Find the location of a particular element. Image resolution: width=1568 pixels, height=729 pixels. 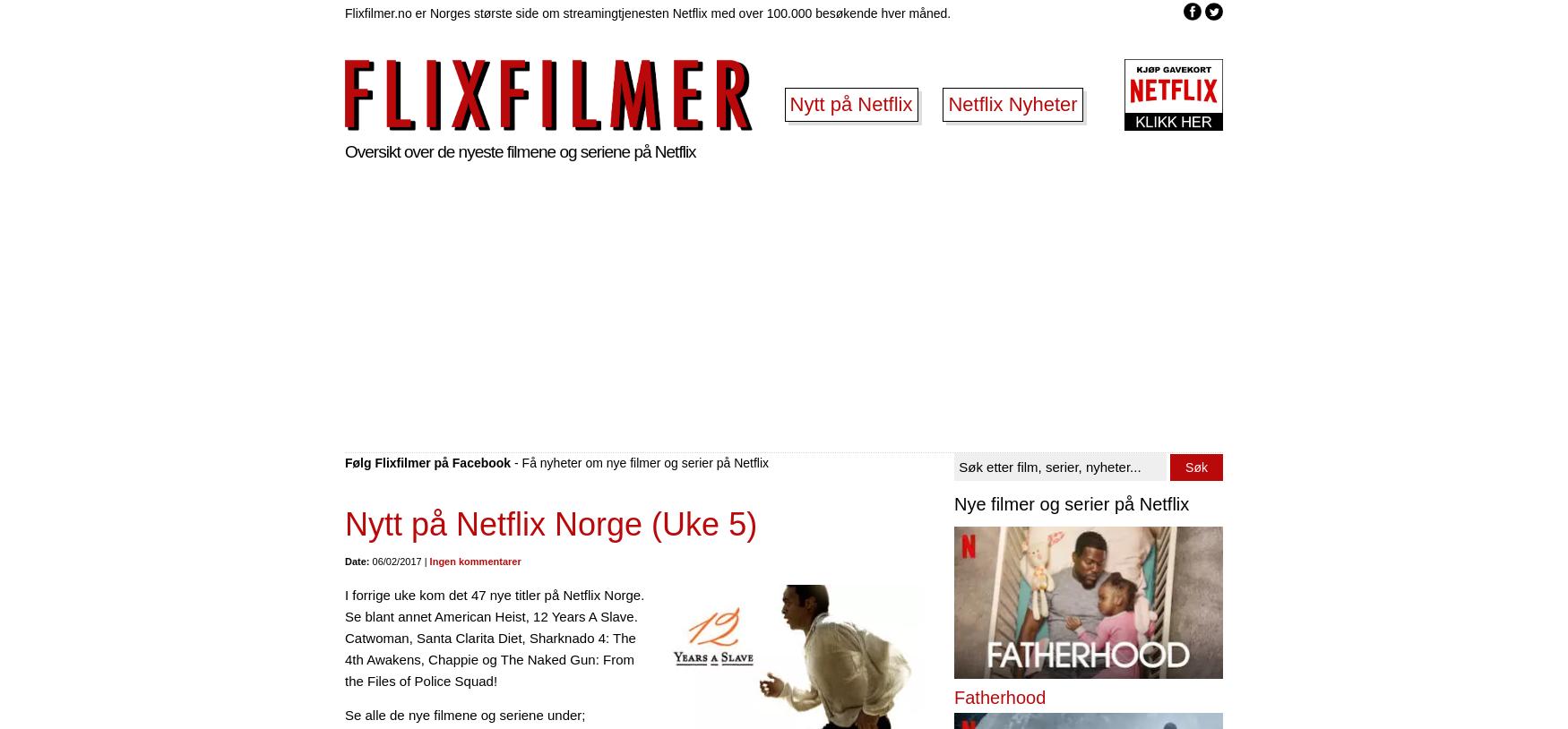

'- Få nyheter om nye filmer og serier på Netflix' is located at coordinates (640, 461).